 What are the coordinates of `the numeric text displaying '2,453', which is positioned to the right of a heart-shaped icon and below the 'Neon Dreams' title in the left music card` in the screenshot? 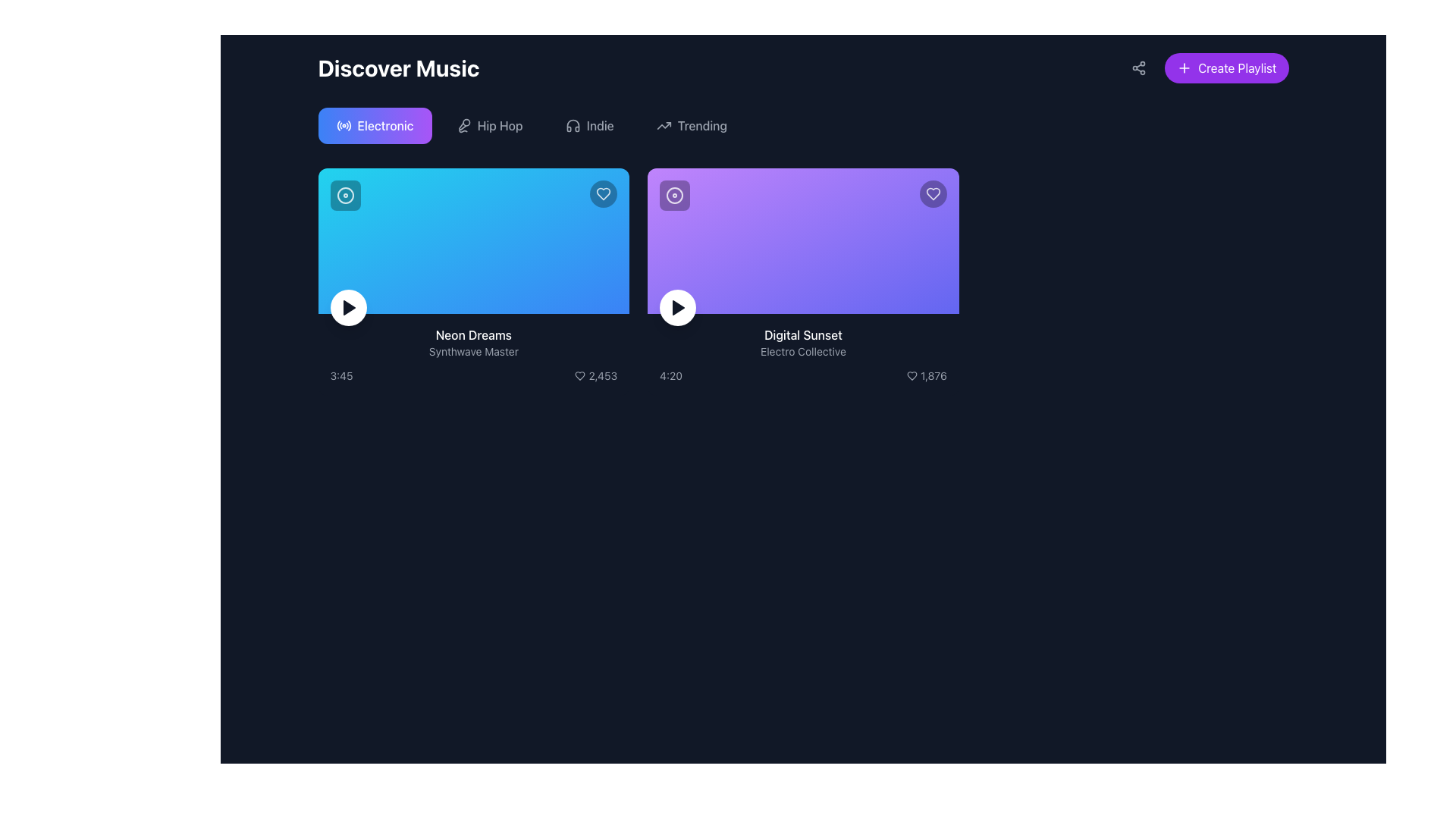 It's located at (602, 375).